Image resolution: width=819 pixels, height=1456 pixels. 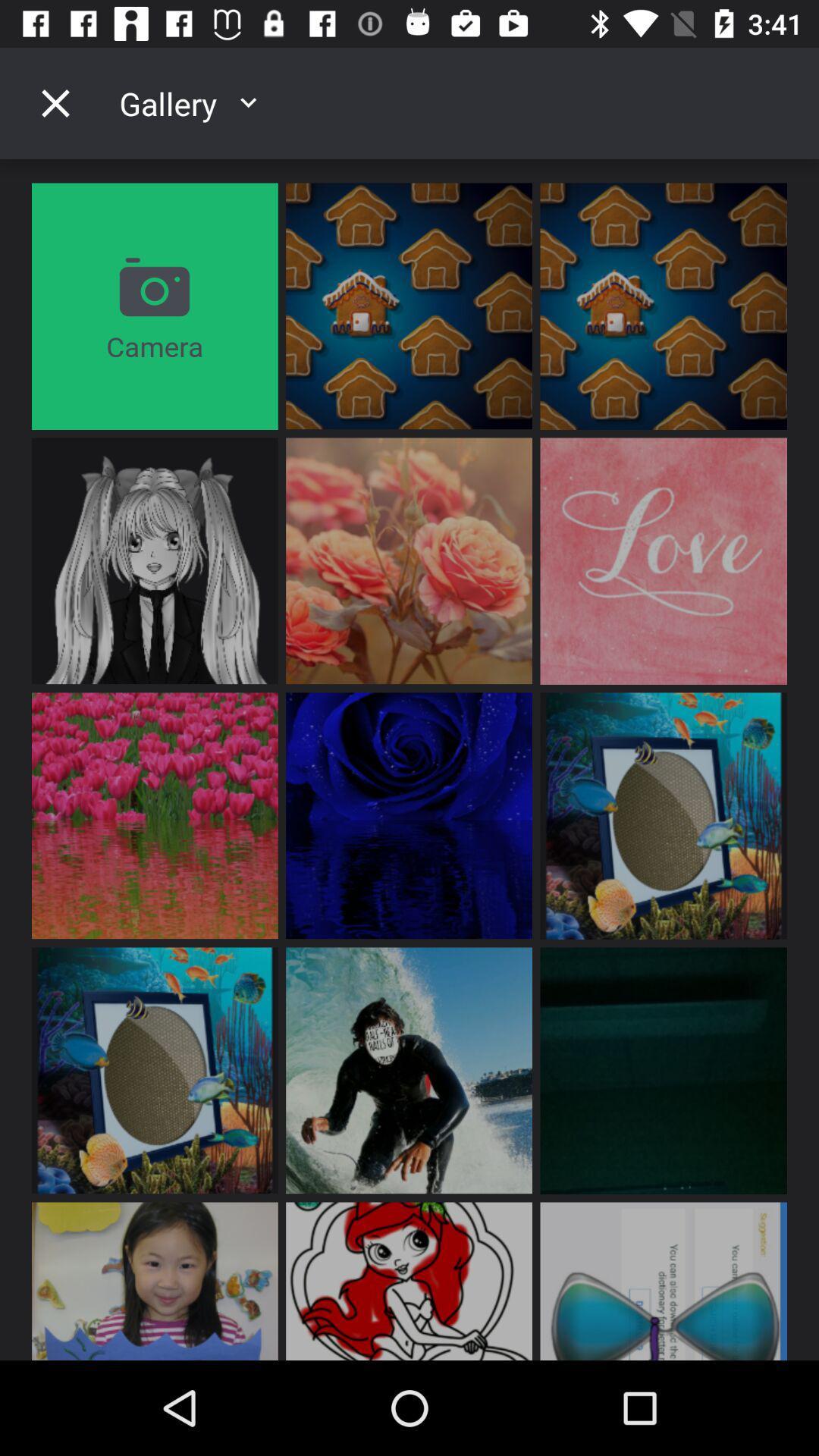 I want to click on the icon to the left of the gallery item, so click(x=55, y=102).